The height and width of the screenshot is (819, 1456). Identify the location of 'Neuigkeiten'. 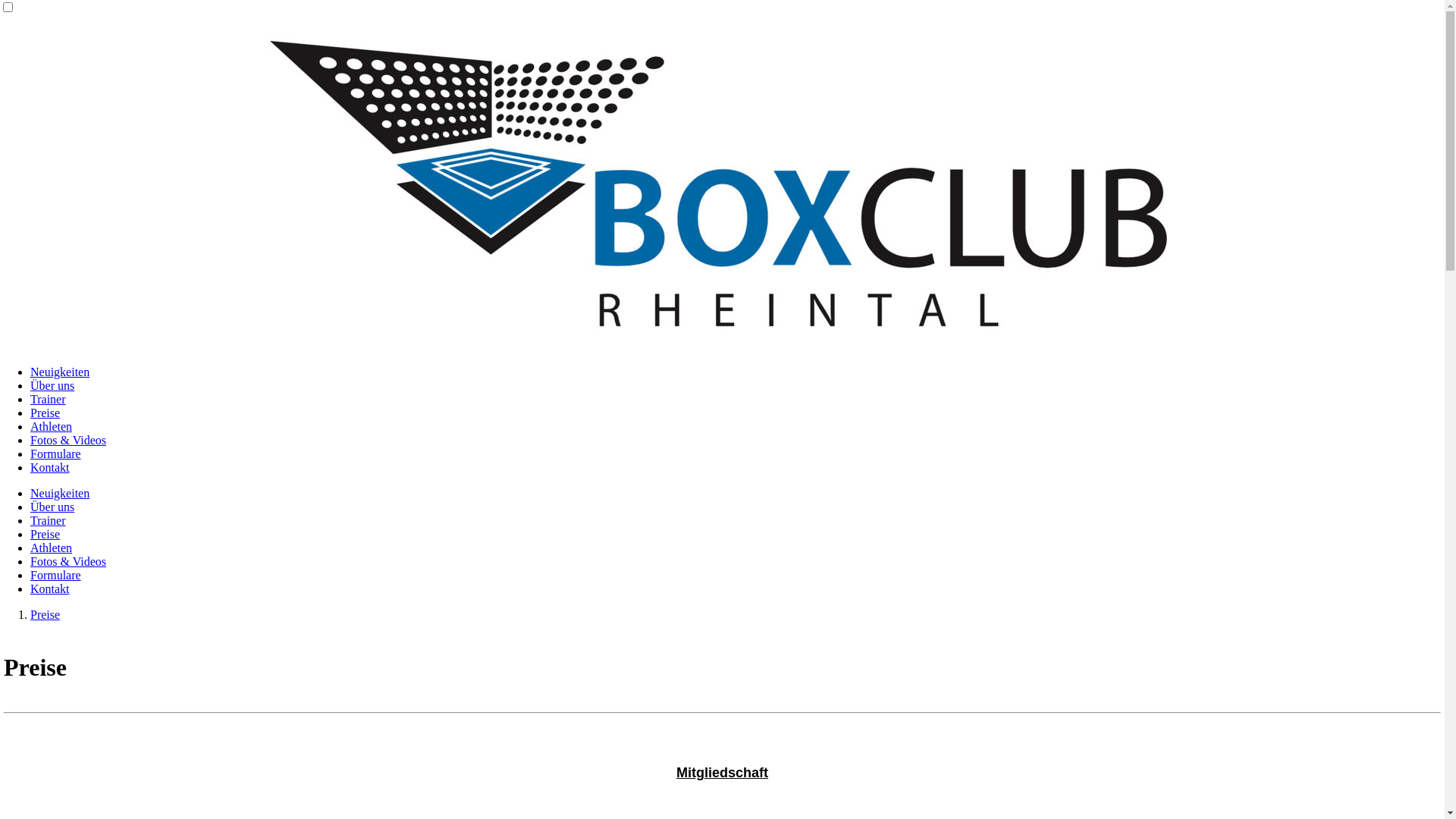
(30, 493).